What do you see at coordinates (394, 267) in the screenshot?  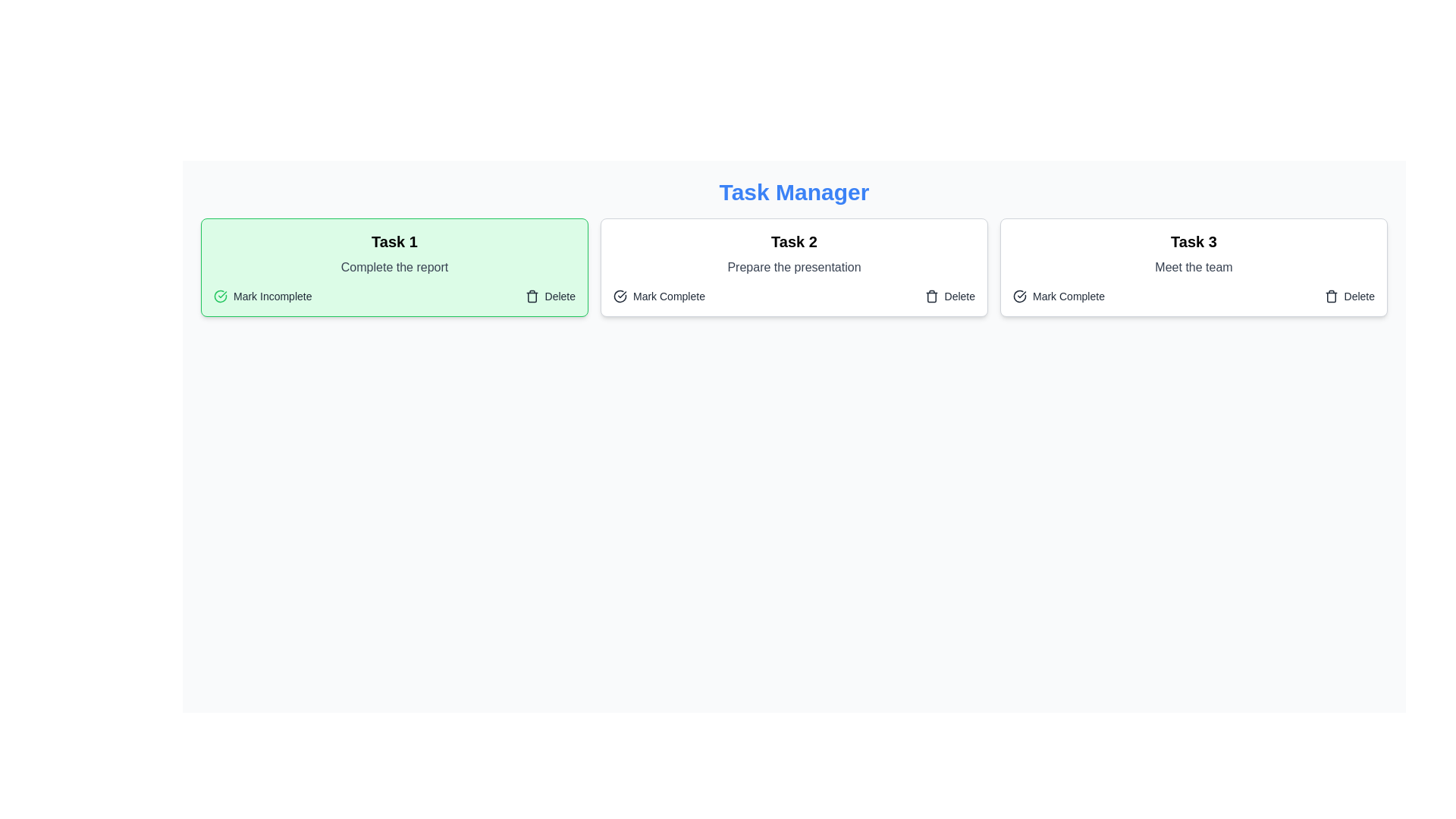 I see `the static text component displaying the description for 'Task 1', which is located underneath the header and above the buttons 'Mark Incomplete' and 'Delete'` at bounding box center [394, 267].